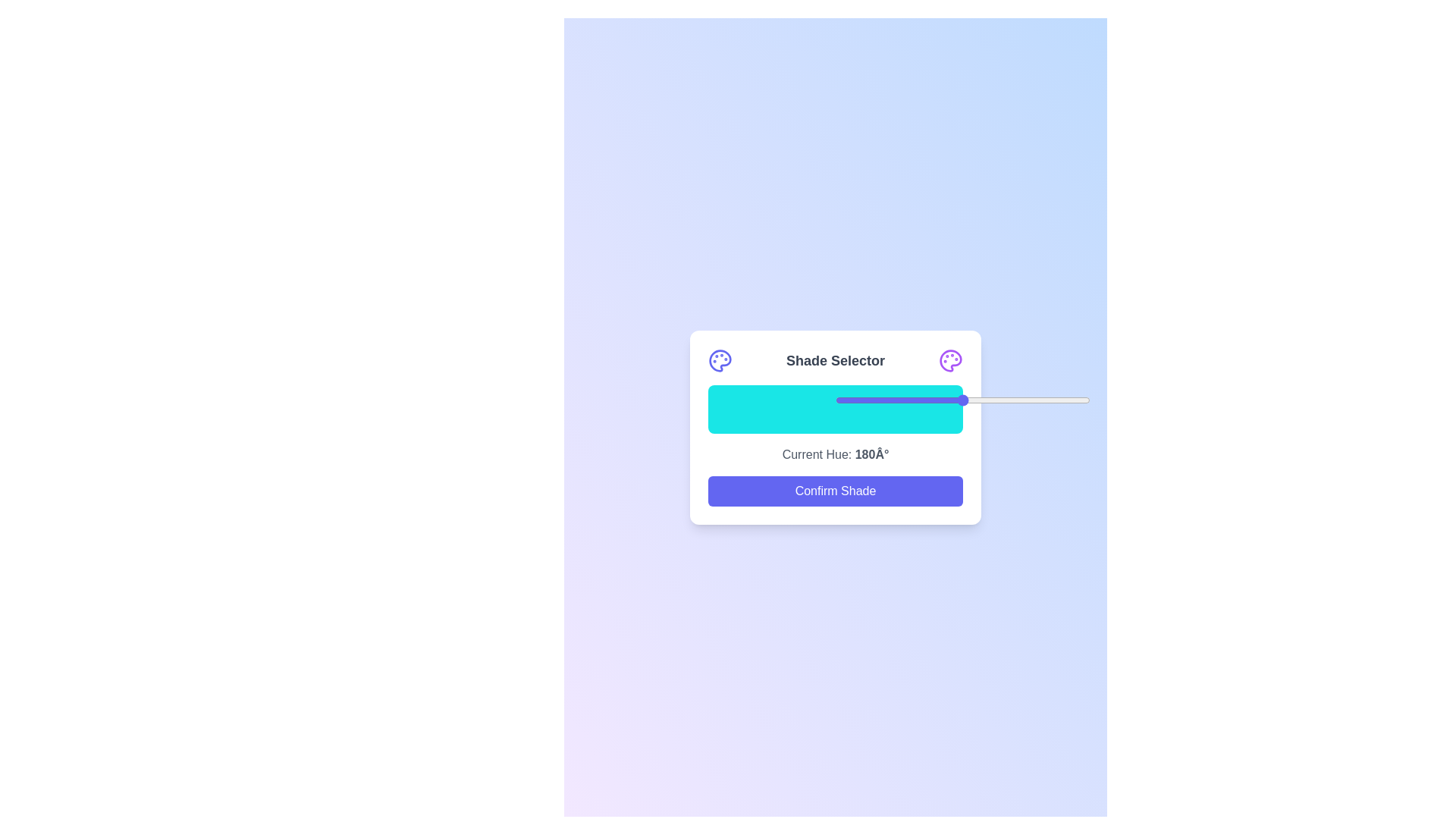 The height and width of the screenshot is (819, 1456). I want to click on the slider to set the shade to 63%, so click(996, 400).